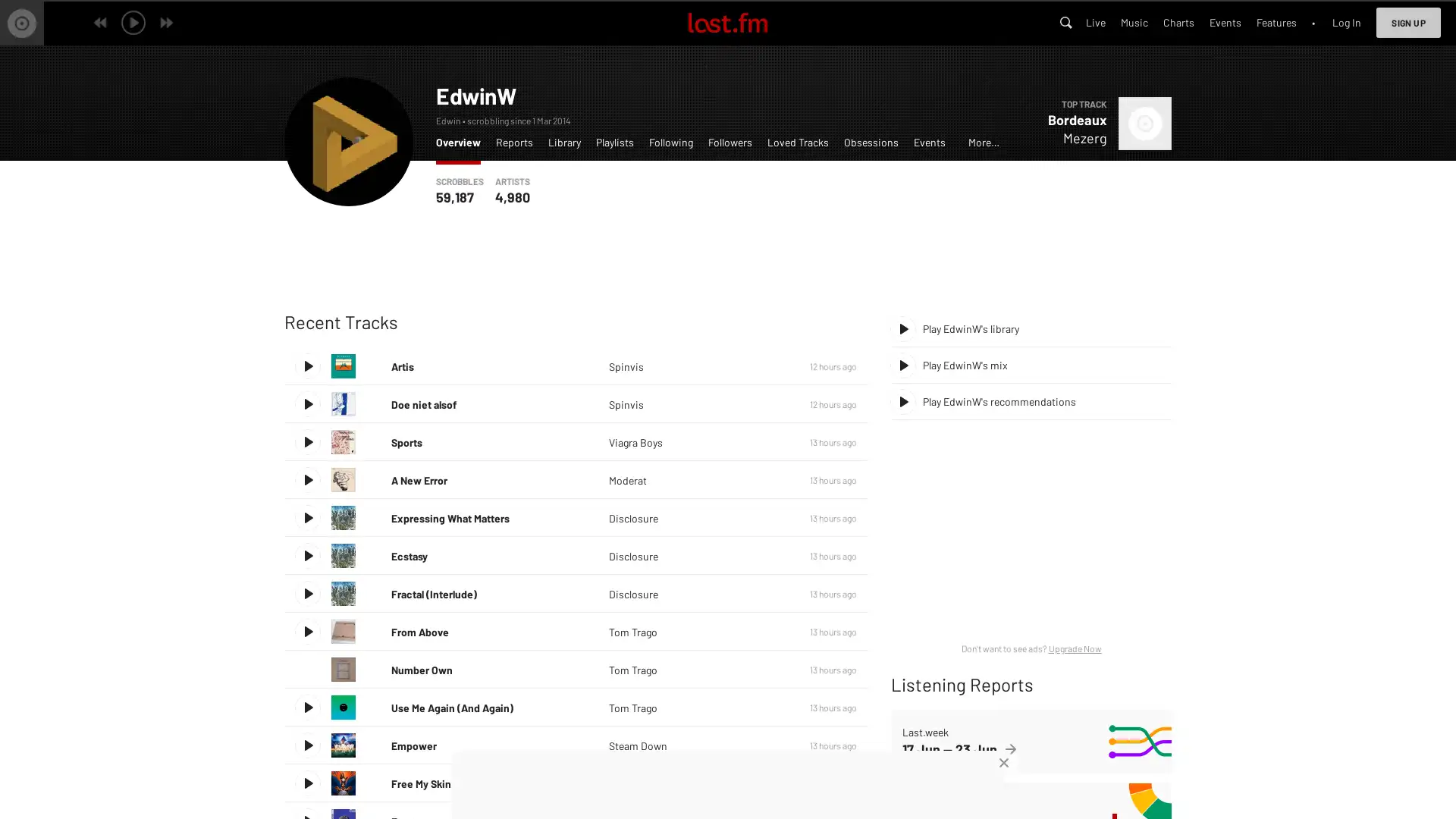  Describe the element at coordinates (1031, 328) in the screenshot. I see `Play EdwinW's library` at that location.